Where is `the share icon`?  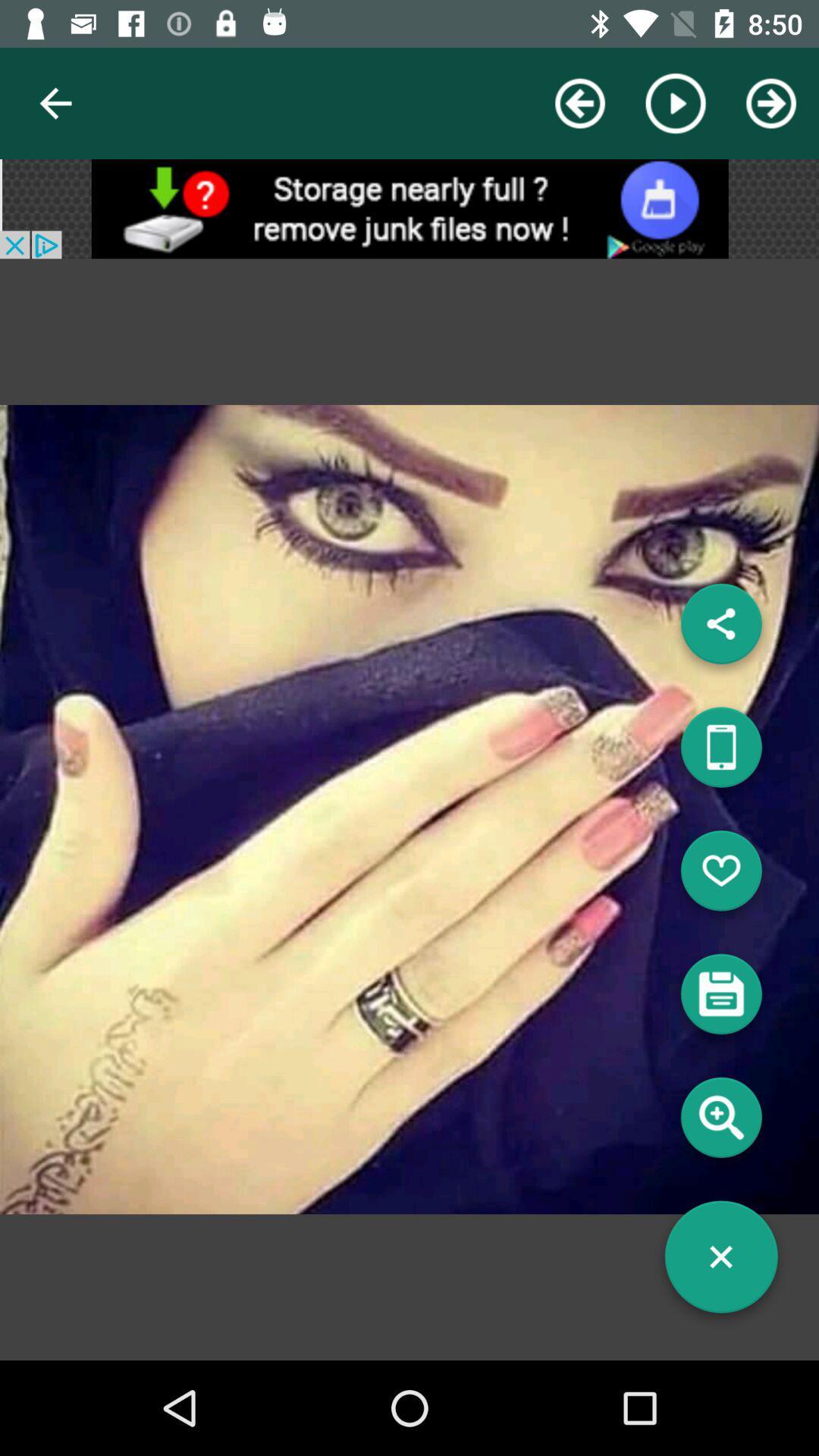
the share icon is located at coordinates (720, 629).